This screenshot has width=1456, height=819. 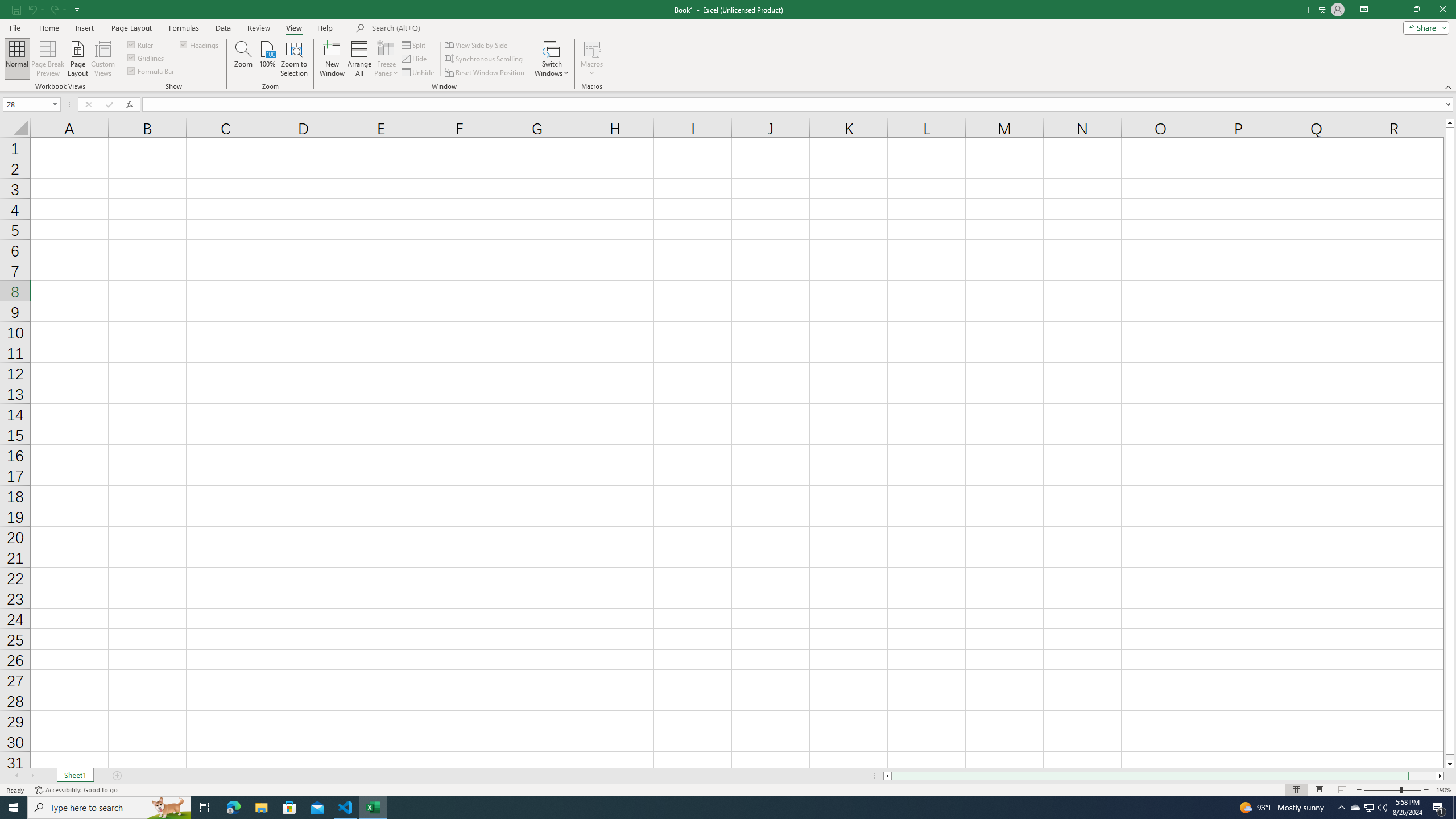 What do you see at coordinates (243, 59) in the screenshot?
I see `'Zoom...'` at bounding box center [243, 59].